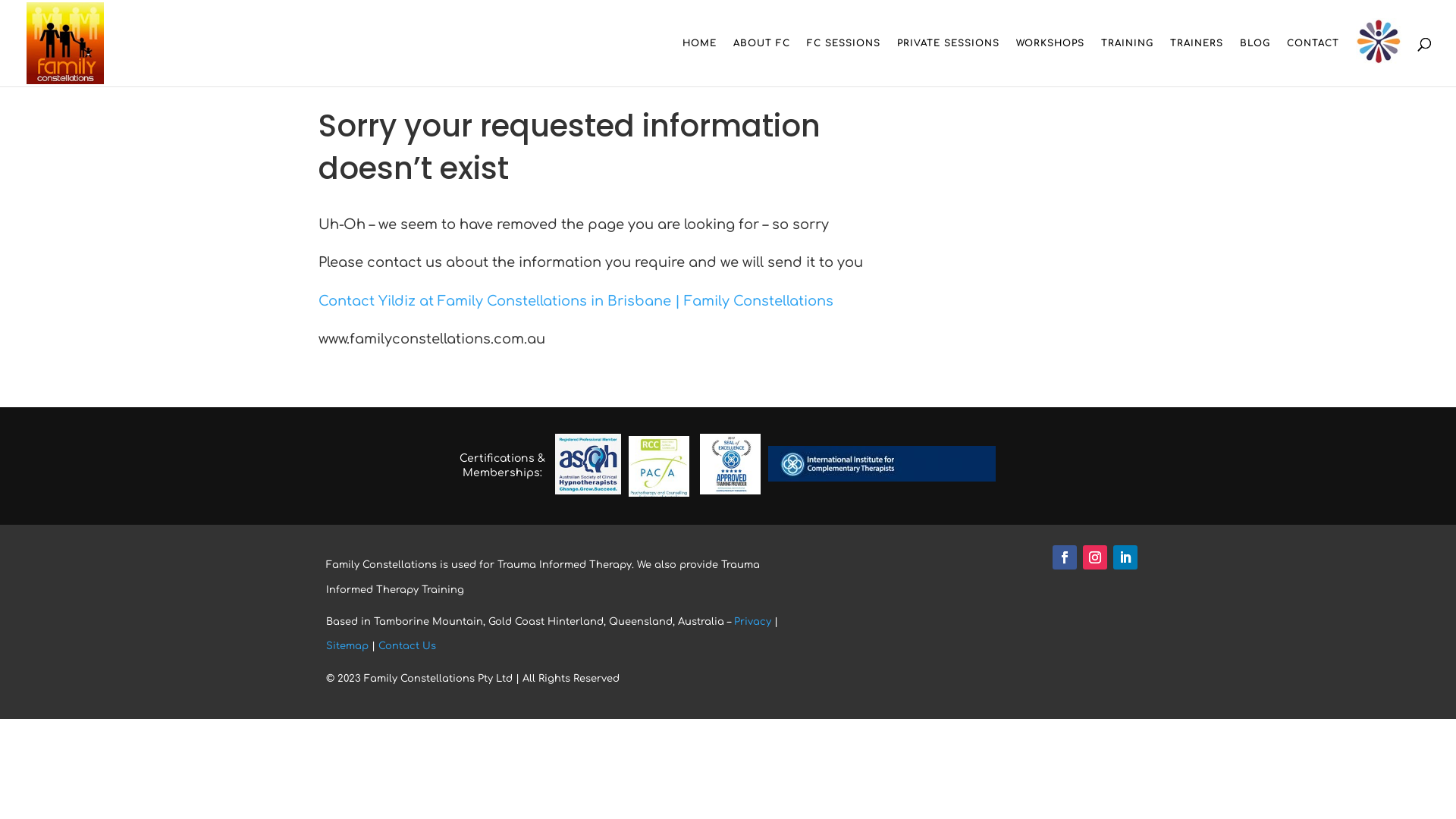 The height and width of the screenshot is (819, 1456). What do you see at coordinates (698, 61) in the screenshot?
I see `'HOME'` at bounding box center [698, 61].